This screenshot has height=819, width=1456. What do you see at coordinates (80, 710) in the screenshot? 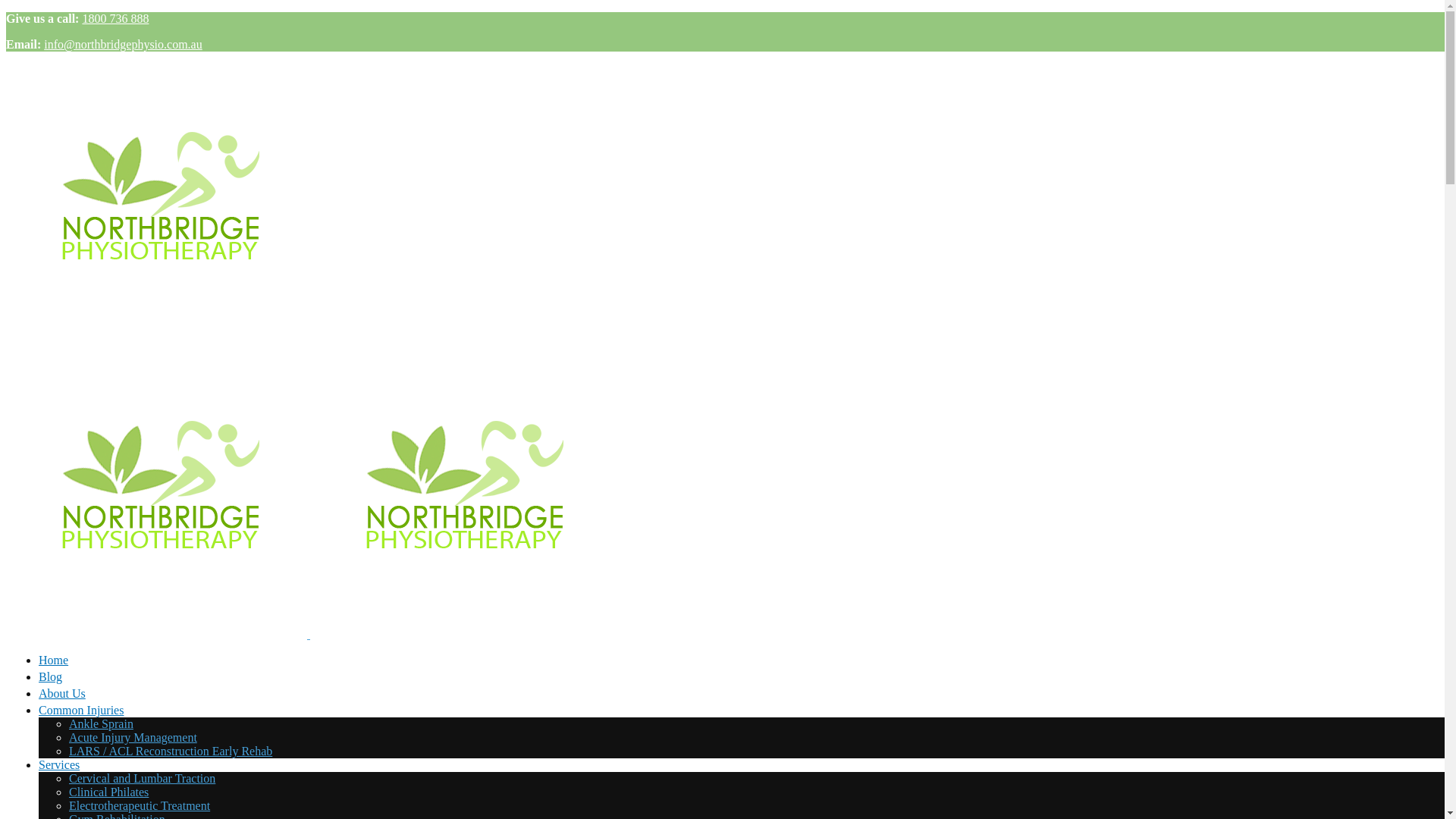
I see `'Common Injuries'` at bounding box center [80, 710].